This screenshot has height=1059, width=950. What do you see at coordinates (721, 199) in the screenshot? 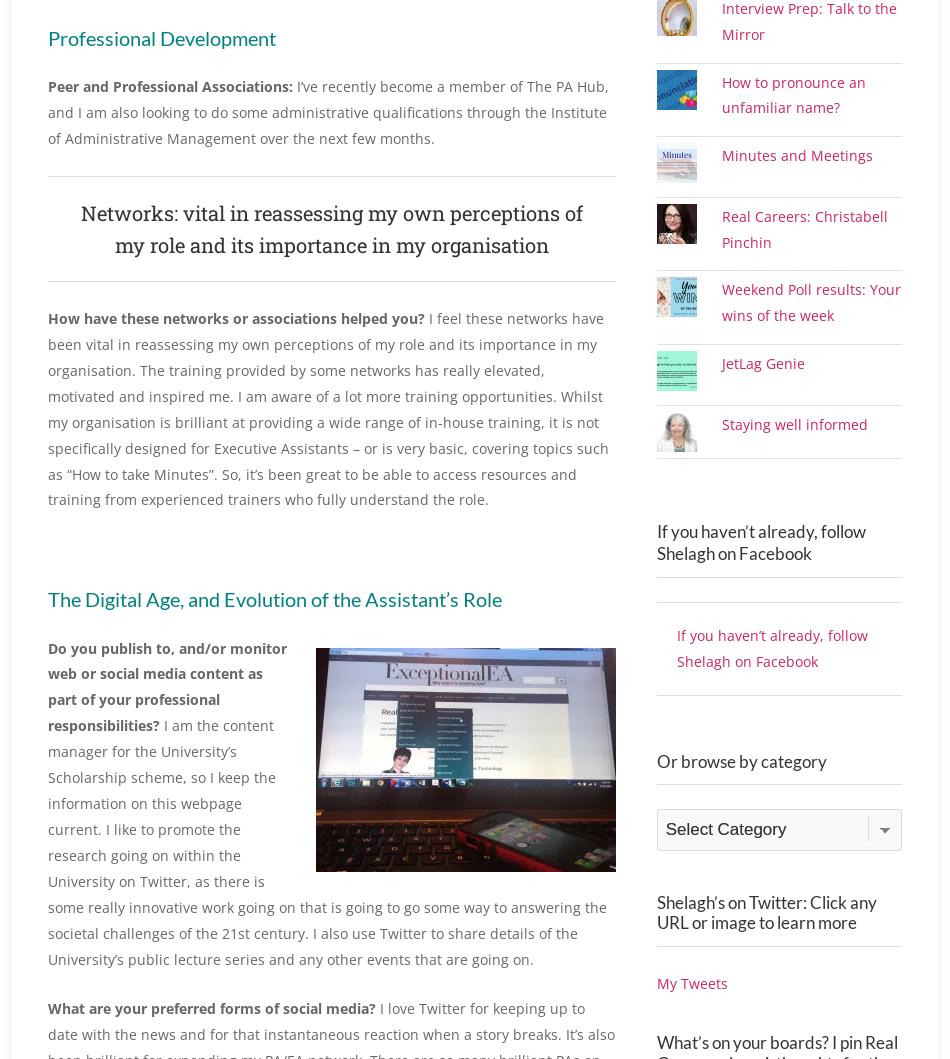
I see `'Minutes and Meetings'` at bounding box center [721, 199].